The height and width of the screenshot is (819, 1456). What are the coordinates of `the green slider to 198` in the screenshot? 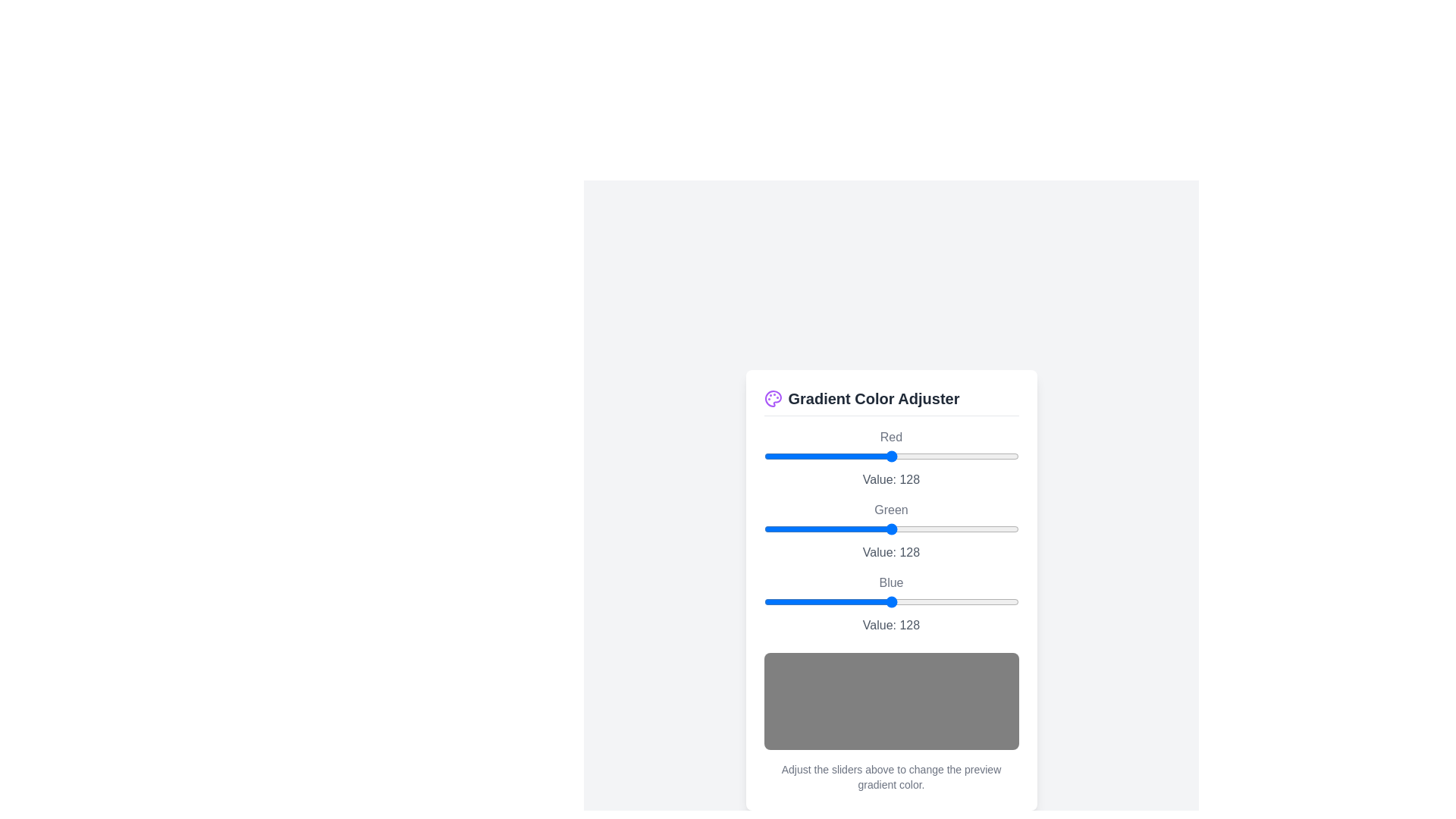 It's located at (961, 528).